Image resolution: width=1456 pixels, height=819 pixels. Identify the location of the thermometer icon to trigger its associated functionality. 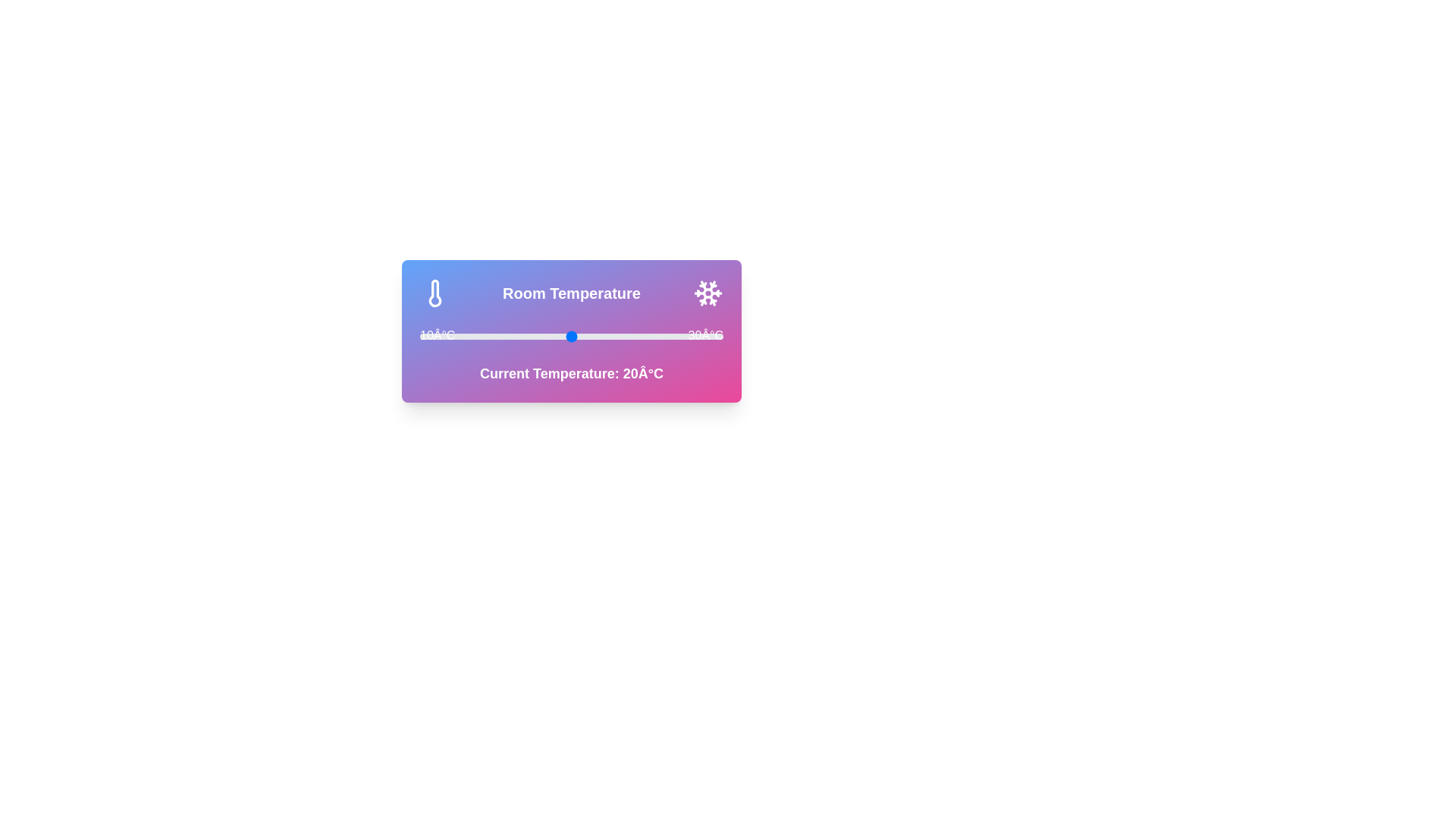
(435, 293).